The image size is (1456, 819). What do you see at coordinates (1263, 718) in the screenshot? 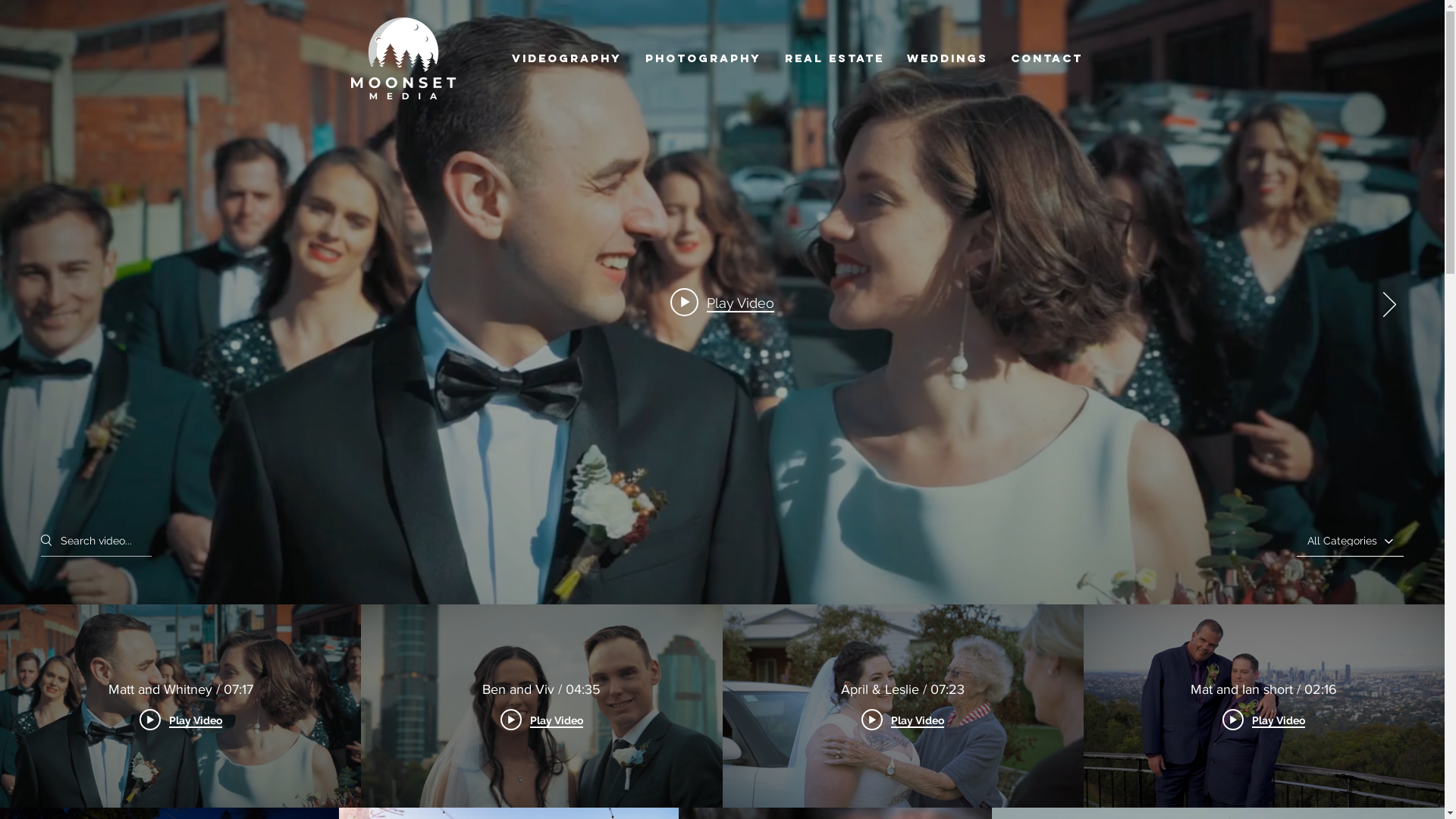
I see `'Play Video'` at bounding box center [1263, 718].